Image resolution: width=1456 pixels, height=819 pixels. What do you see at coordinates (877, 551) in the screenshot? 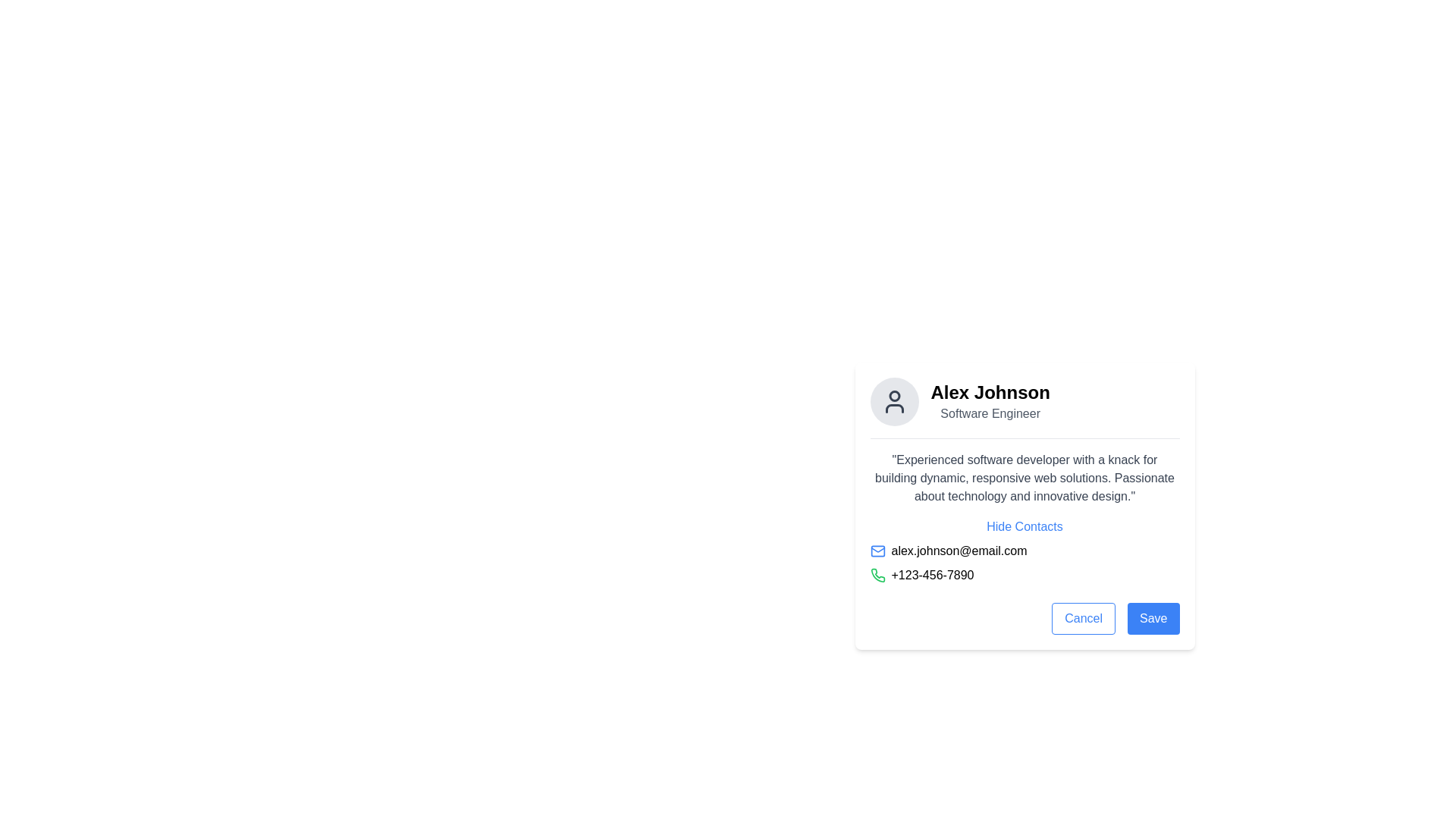
I see `the email indicator icon located to the left of the email address 'alex.johnson@email.com', which visually indicates the email nature of the text that follows` at bounding box center [877, 551].